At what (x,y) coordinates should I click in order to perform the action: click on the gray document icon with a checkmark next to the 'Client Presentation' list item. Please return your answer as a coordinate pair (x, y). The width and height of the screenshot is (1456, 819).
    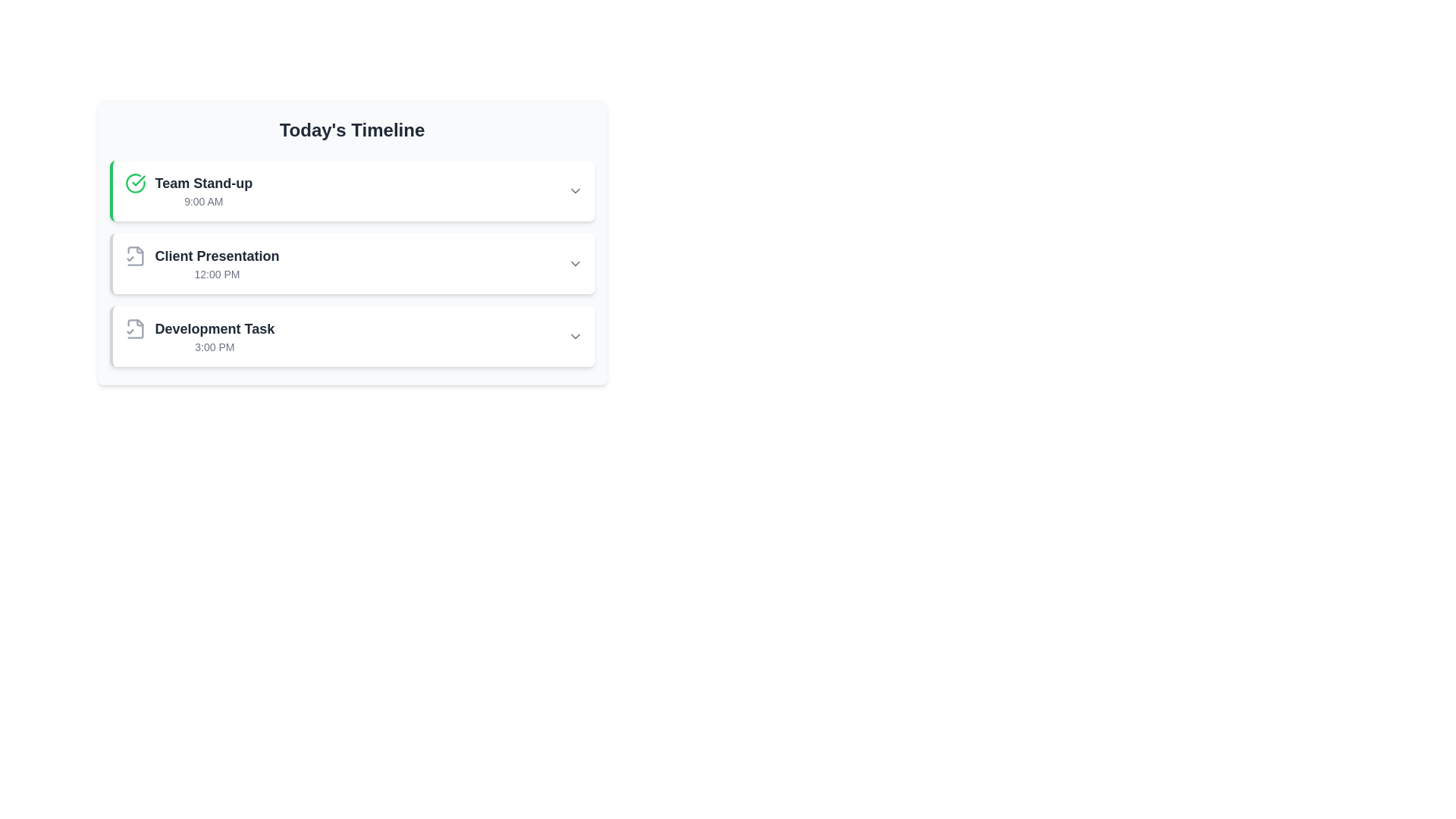
    Looking at the image, I should click on (135, 256).